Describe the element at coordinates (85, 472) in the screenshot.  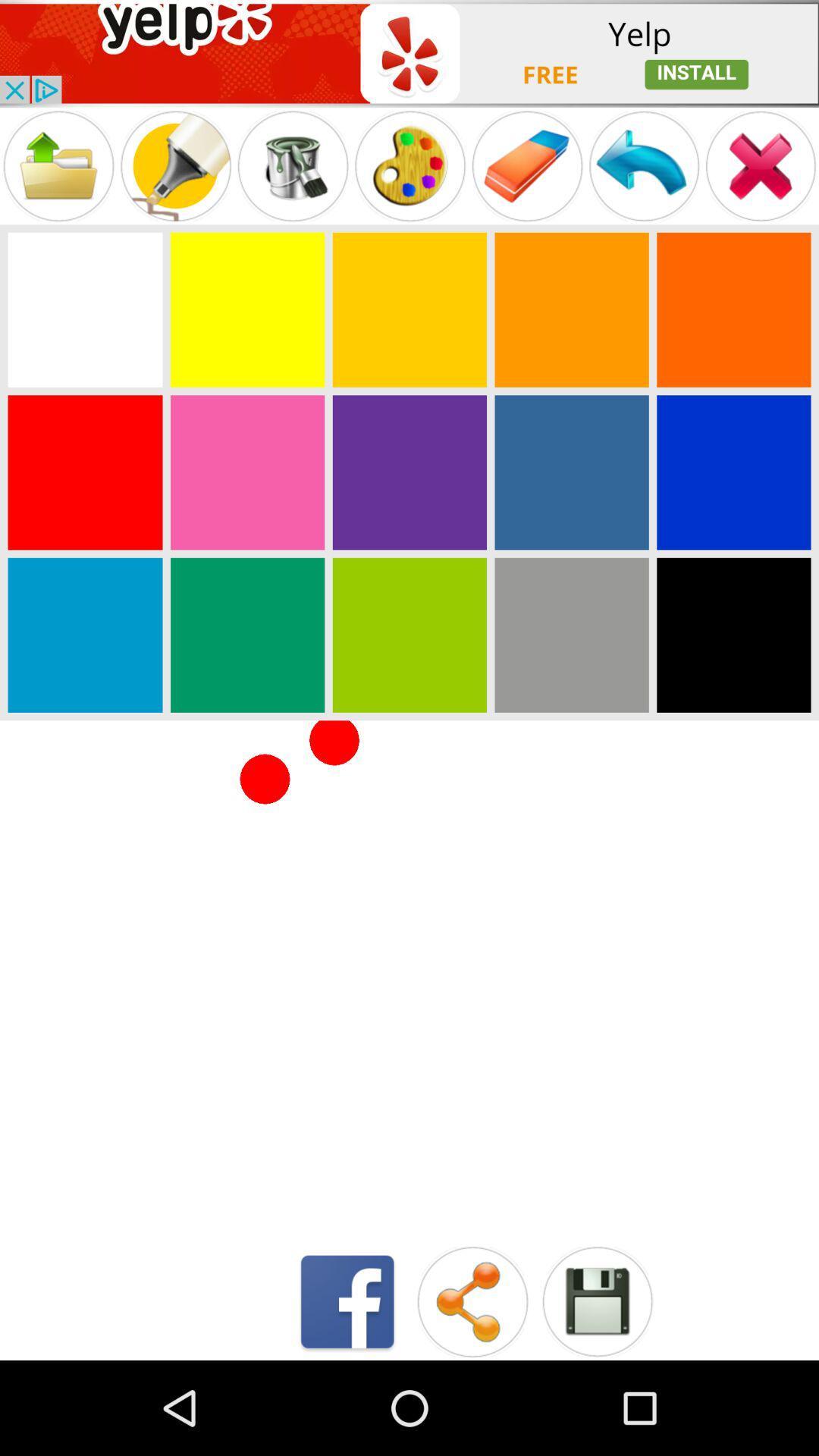
I see `choose red color` at that location.